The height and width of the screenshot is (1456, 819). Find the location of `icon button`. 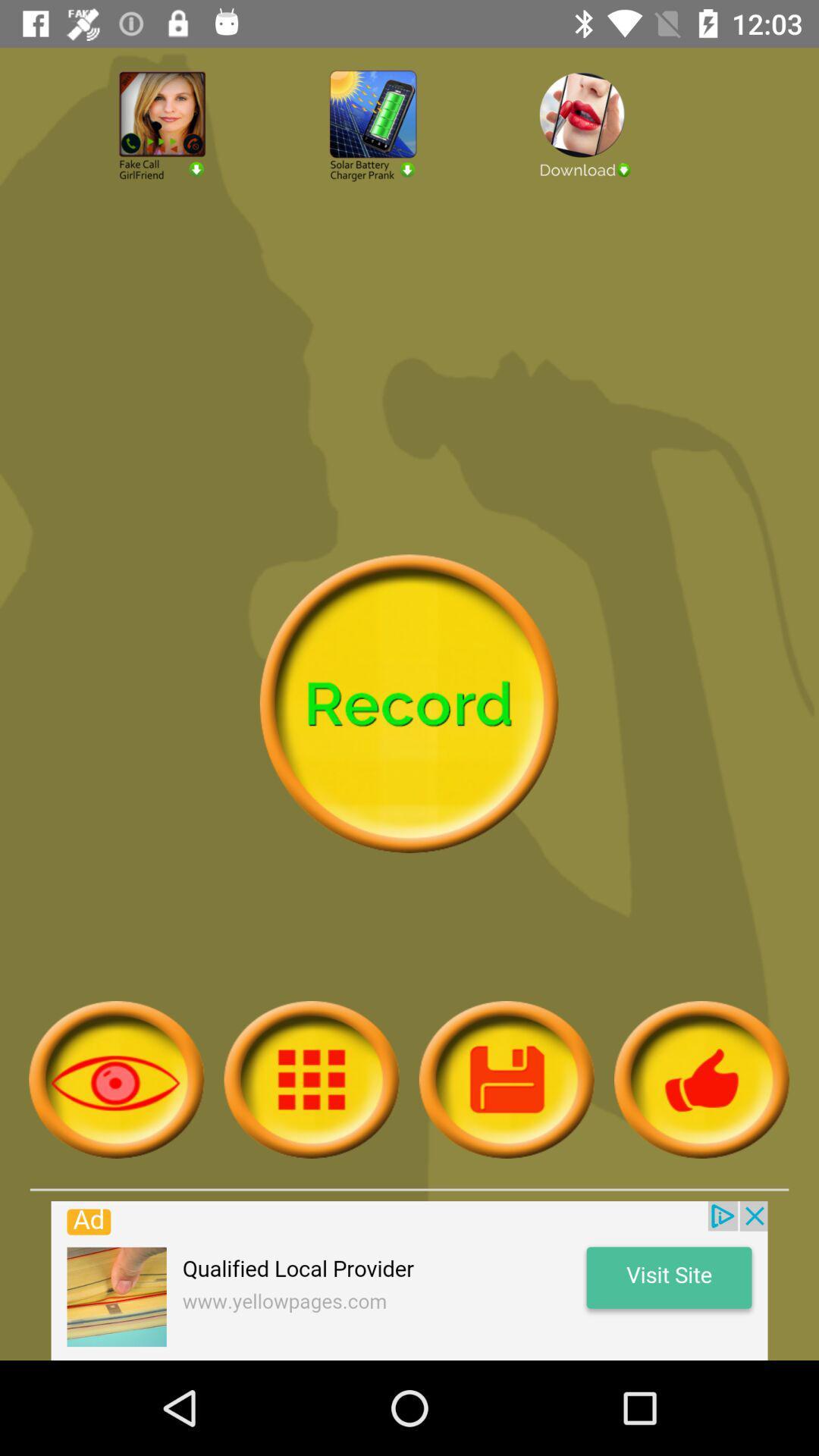

icon button is located at coordinates (507, 1078).